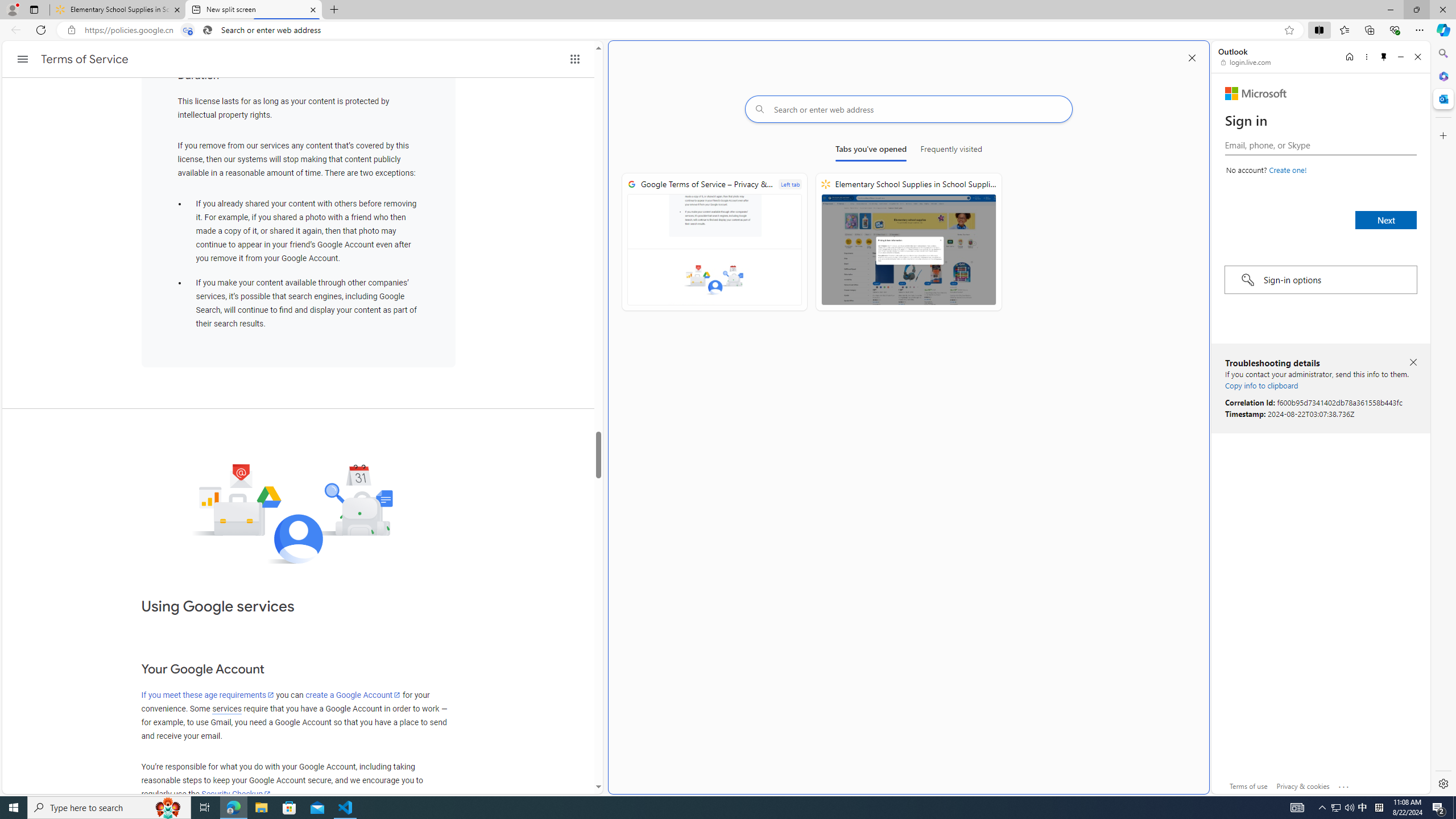 The width and height of the screenshot is (1456, 819). I want to click on 'Frequently visited', so click(950, 151).